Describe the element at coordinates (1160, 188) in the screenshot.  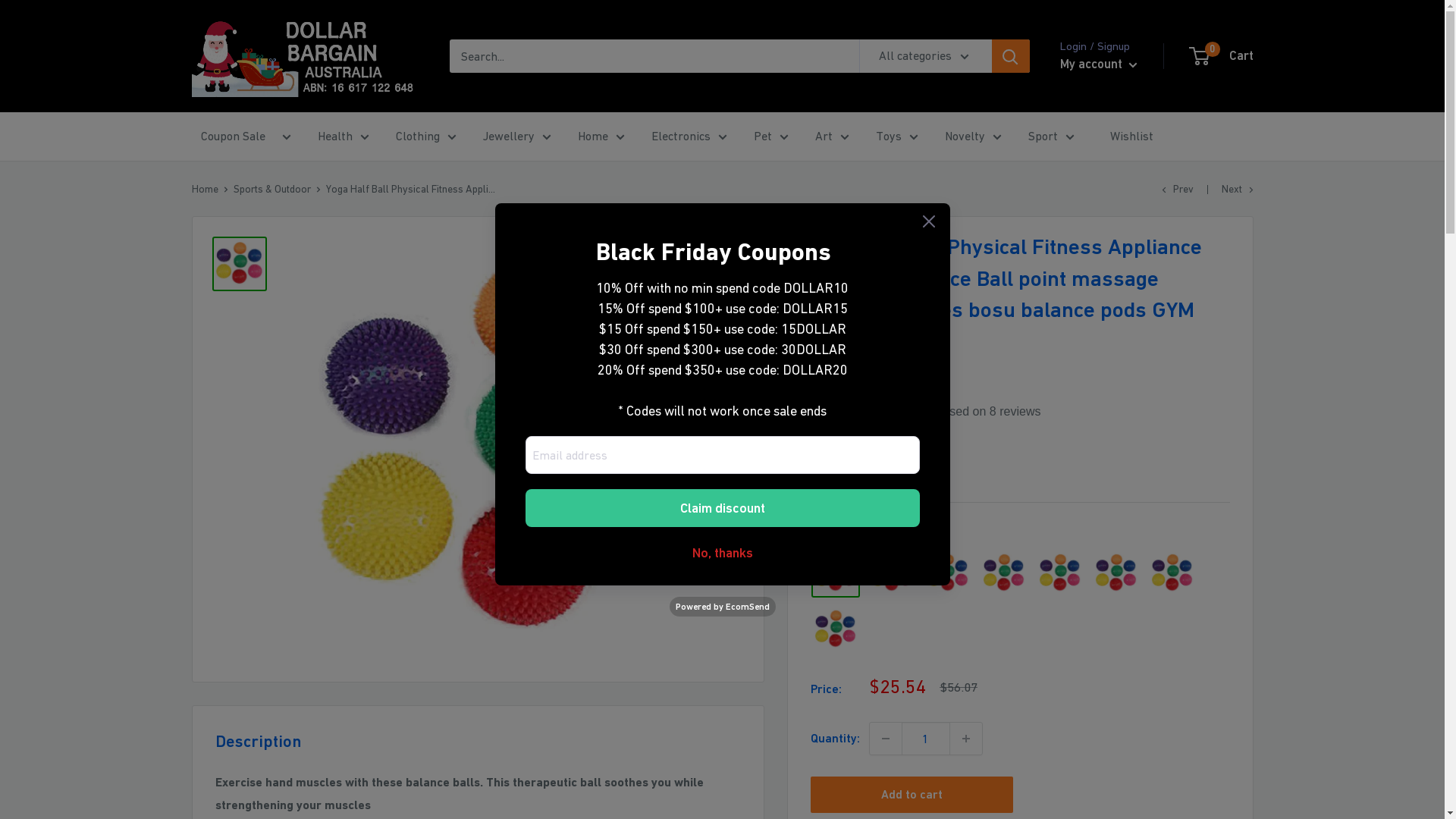
I see `'Prev'` at that location.